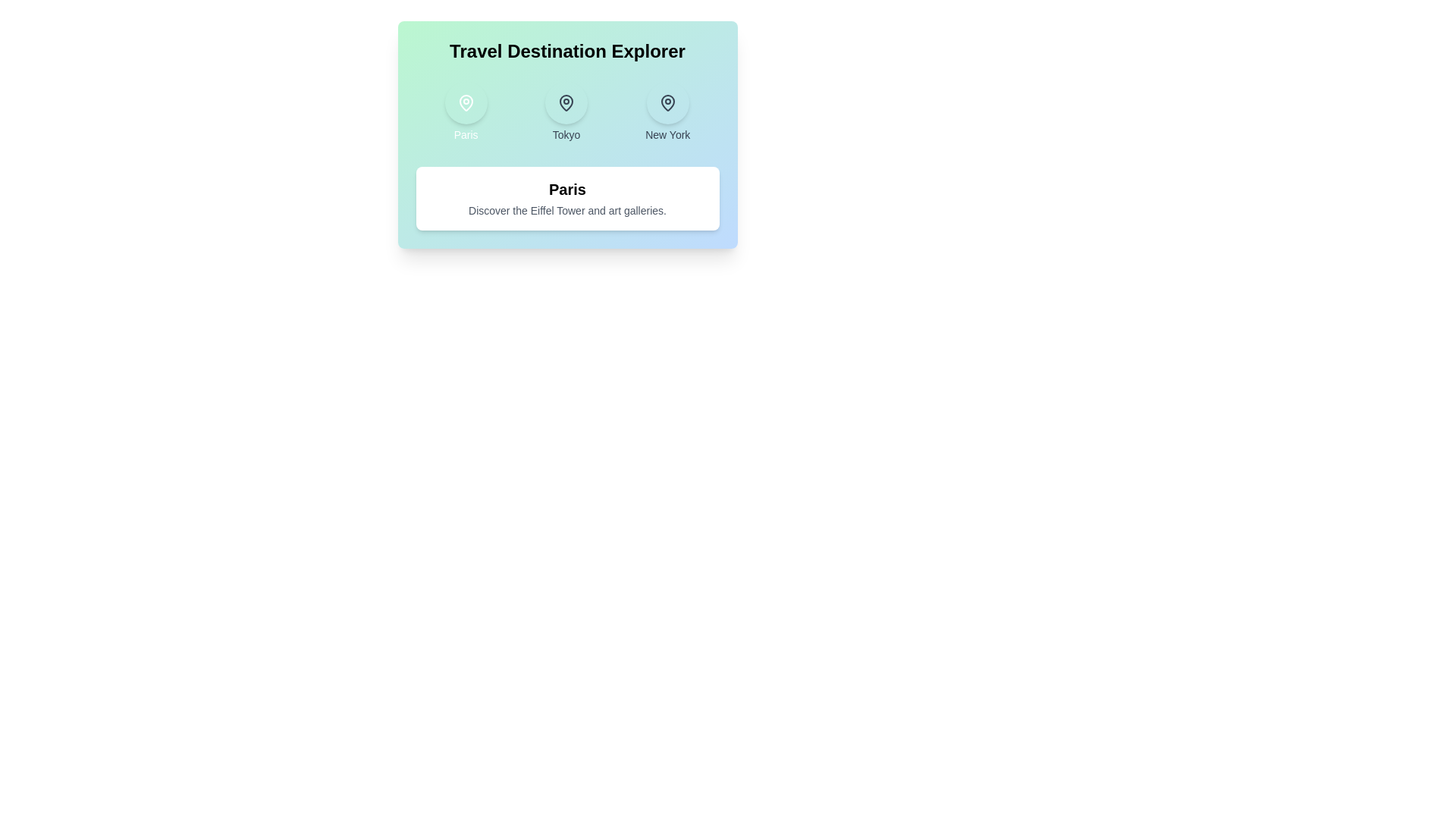  I want to click on the New York map pin icon, which is the third icon in a horizontal row of three circular buttons located under the 'Travel Destination Explorer' heading, to trigger a visual effect, so click(667, 102).